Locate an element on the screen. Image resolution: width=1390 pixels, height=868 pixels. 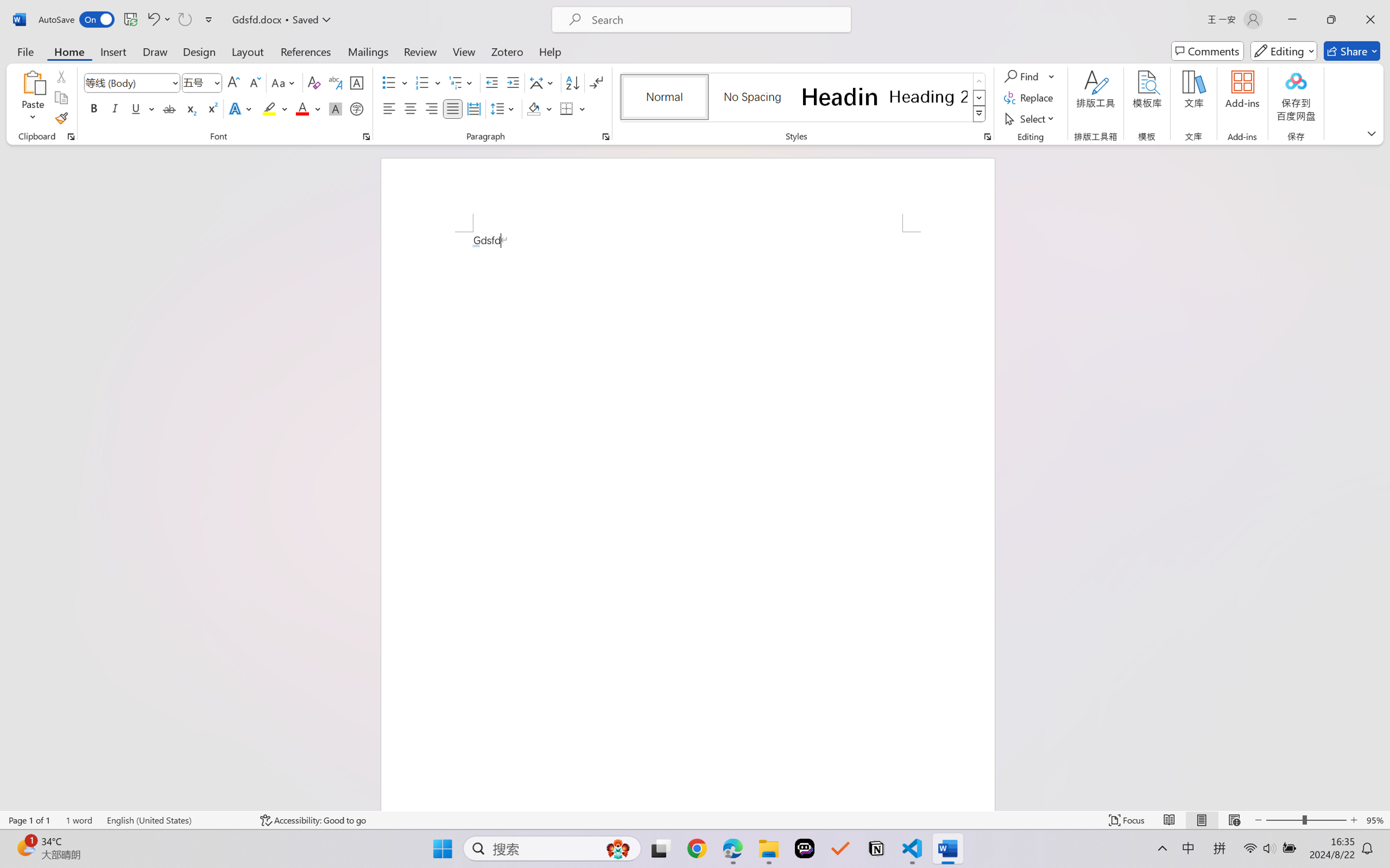
'Styles...' is located at coordinates (987, 136).